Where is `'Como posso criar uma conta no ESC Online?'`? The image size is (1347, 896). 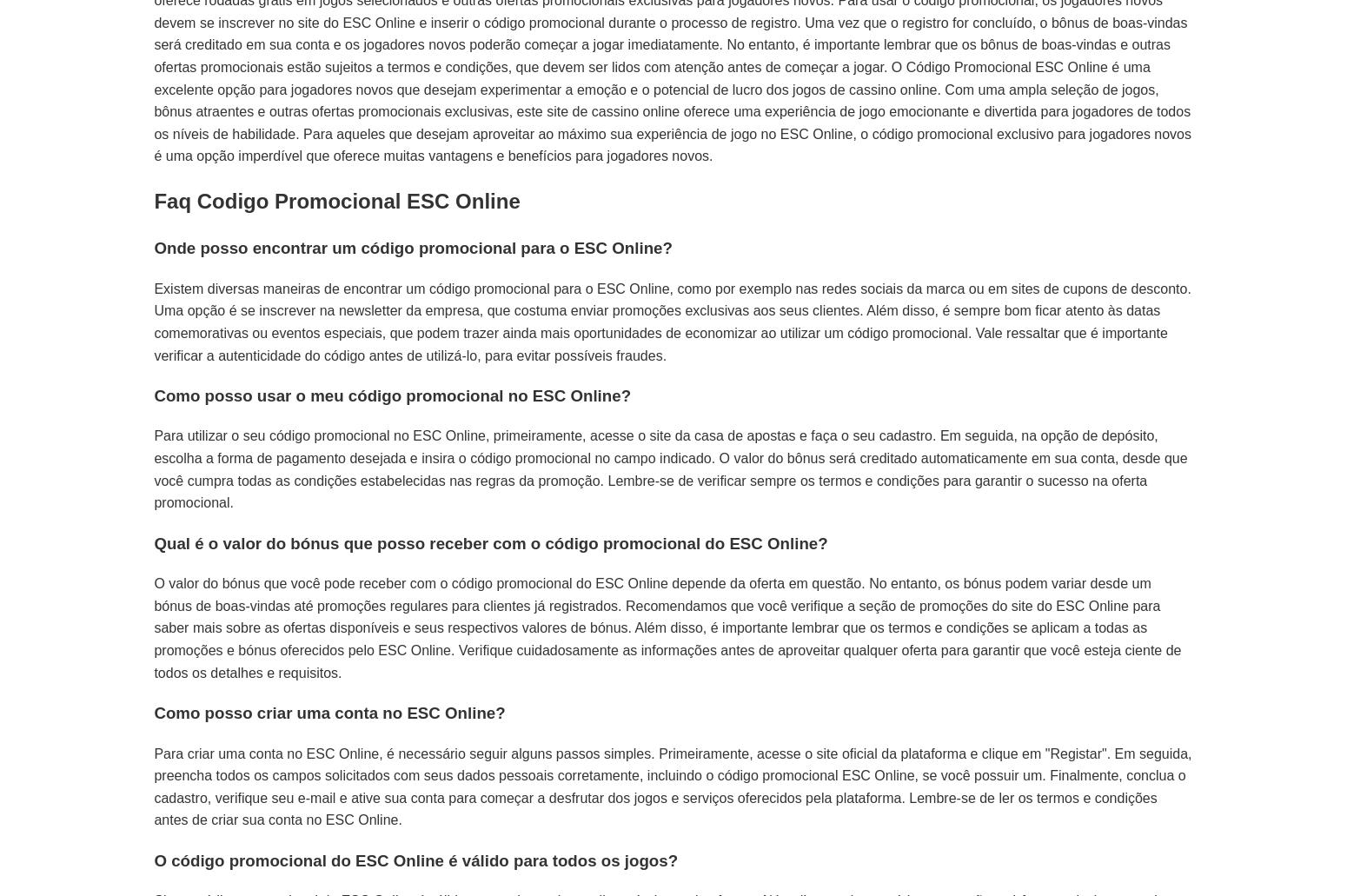
'Como posso criar uma conta no ESC Online?' is located at coordinates (328, 711).